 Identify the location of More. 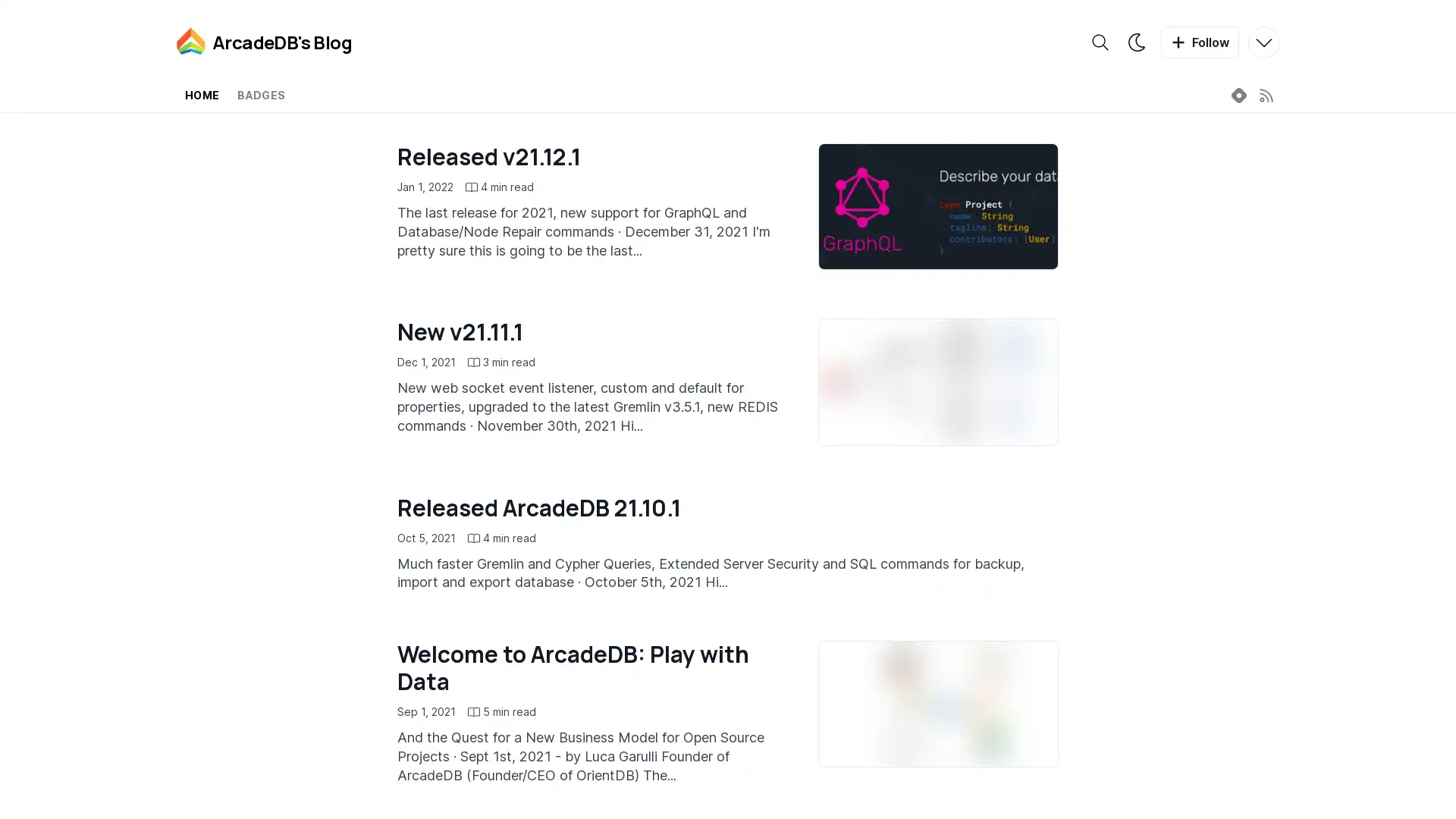
(1263, 42).